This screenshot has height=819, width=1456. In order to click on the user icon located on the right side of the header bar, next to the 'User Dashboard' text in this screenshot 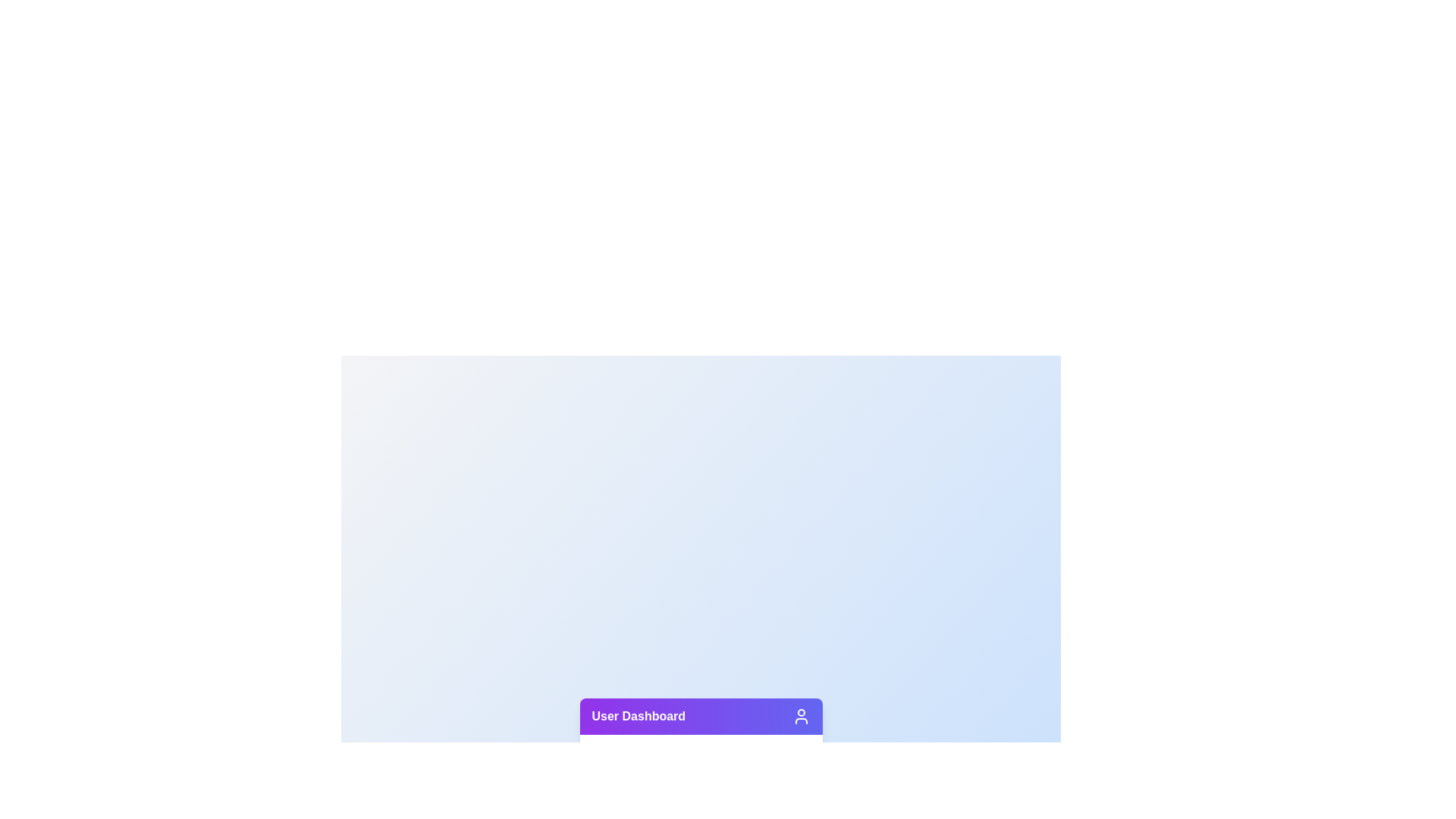, I will do `click(800, 717)`.